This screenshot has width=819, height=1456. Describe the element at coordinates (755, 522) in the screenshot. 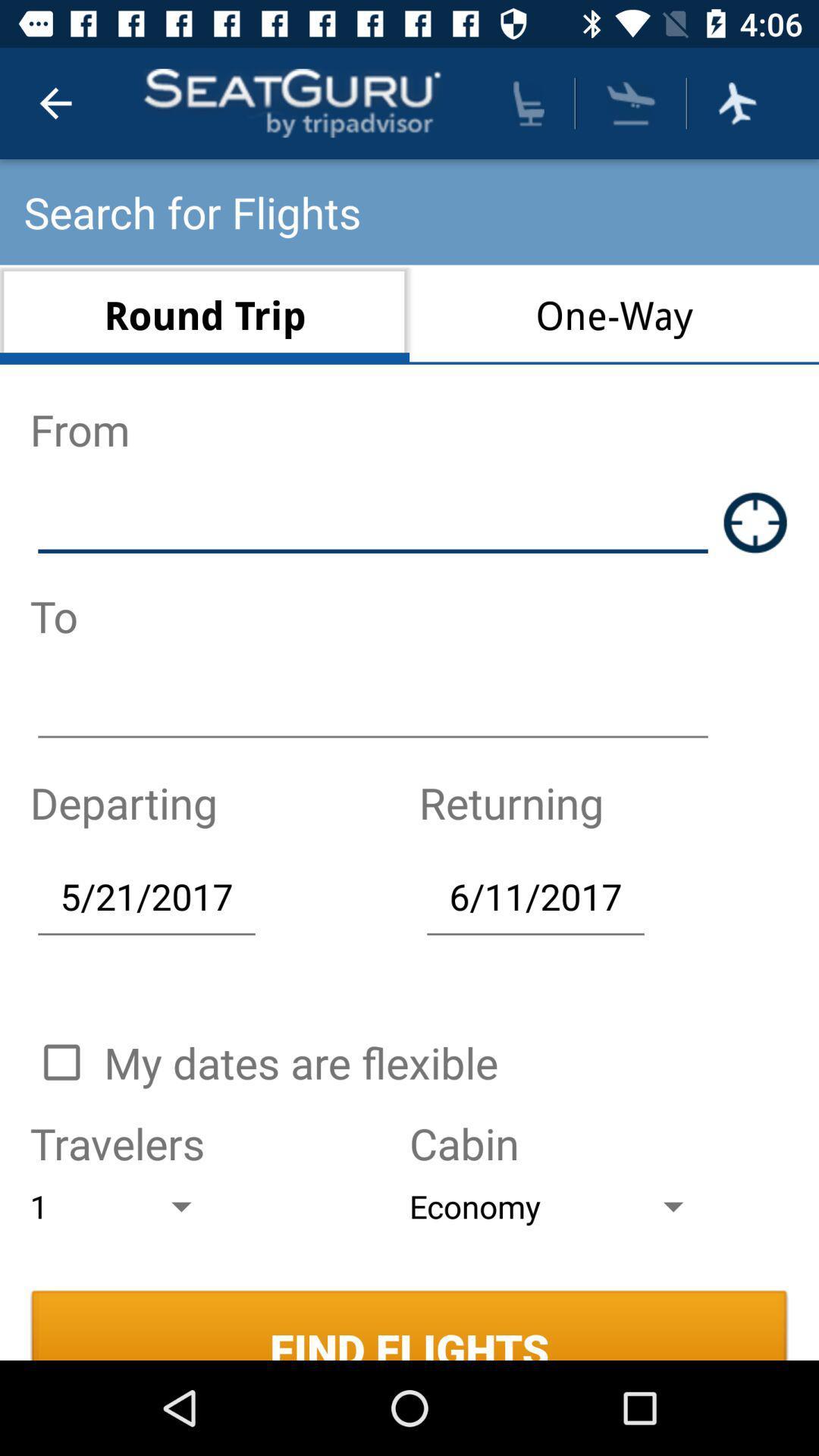

I see `use current location` at that location.